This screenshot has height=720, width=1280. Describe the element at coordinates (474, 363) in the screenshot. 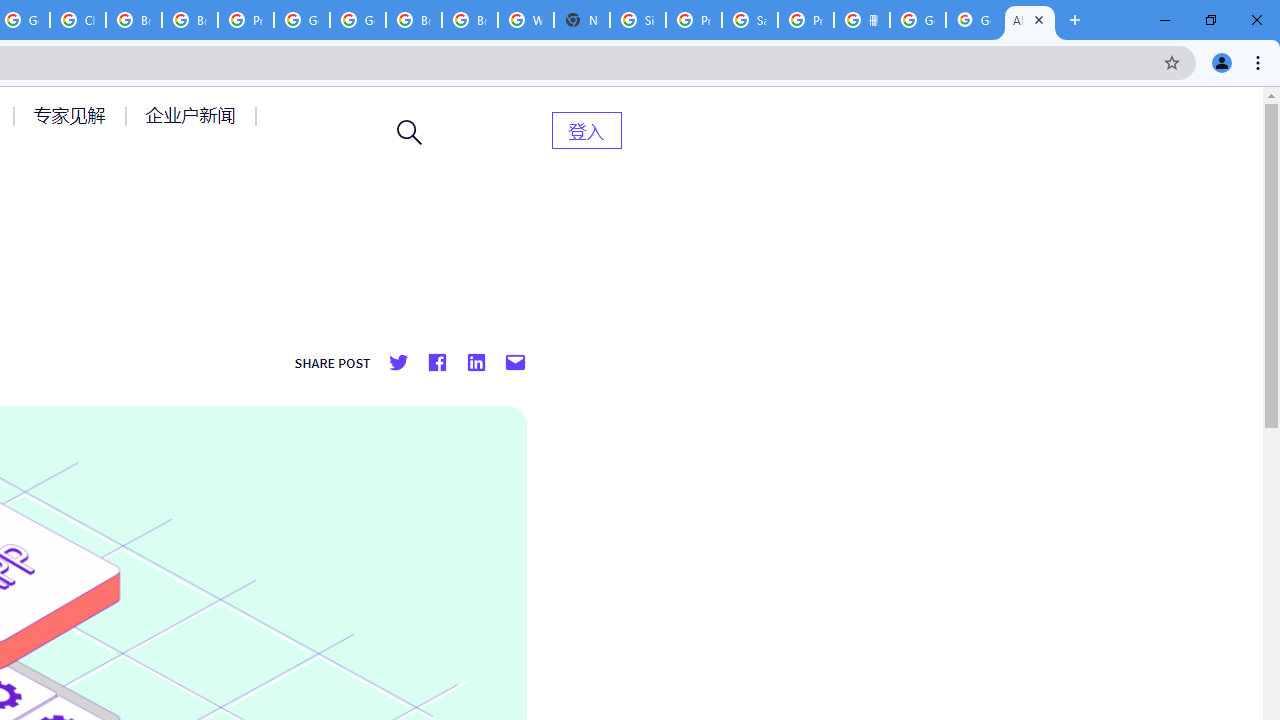

I see `'Share on Linkedin'` at that location.